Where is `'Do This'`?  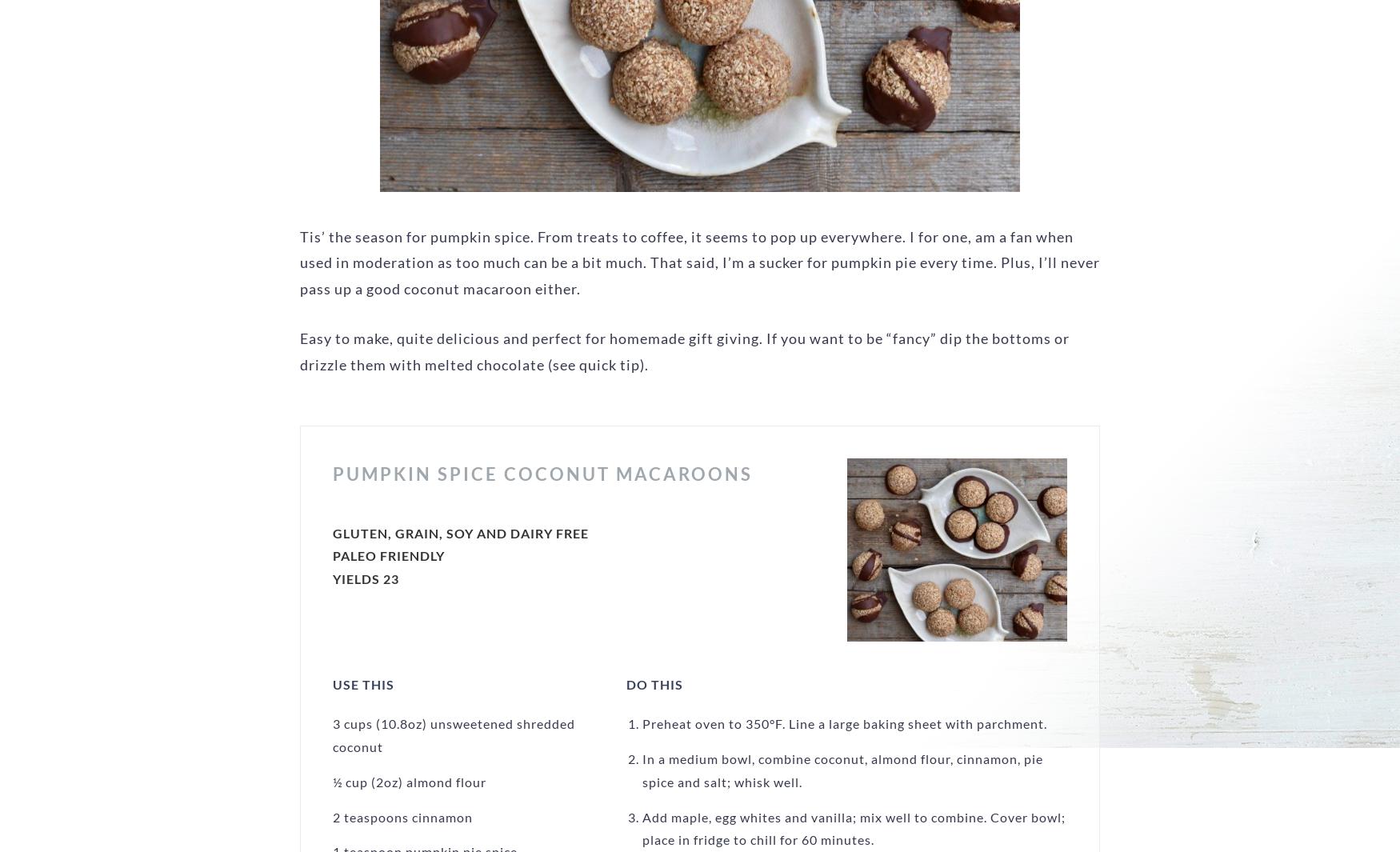 'Do This' is located at coordinates (654, 684).